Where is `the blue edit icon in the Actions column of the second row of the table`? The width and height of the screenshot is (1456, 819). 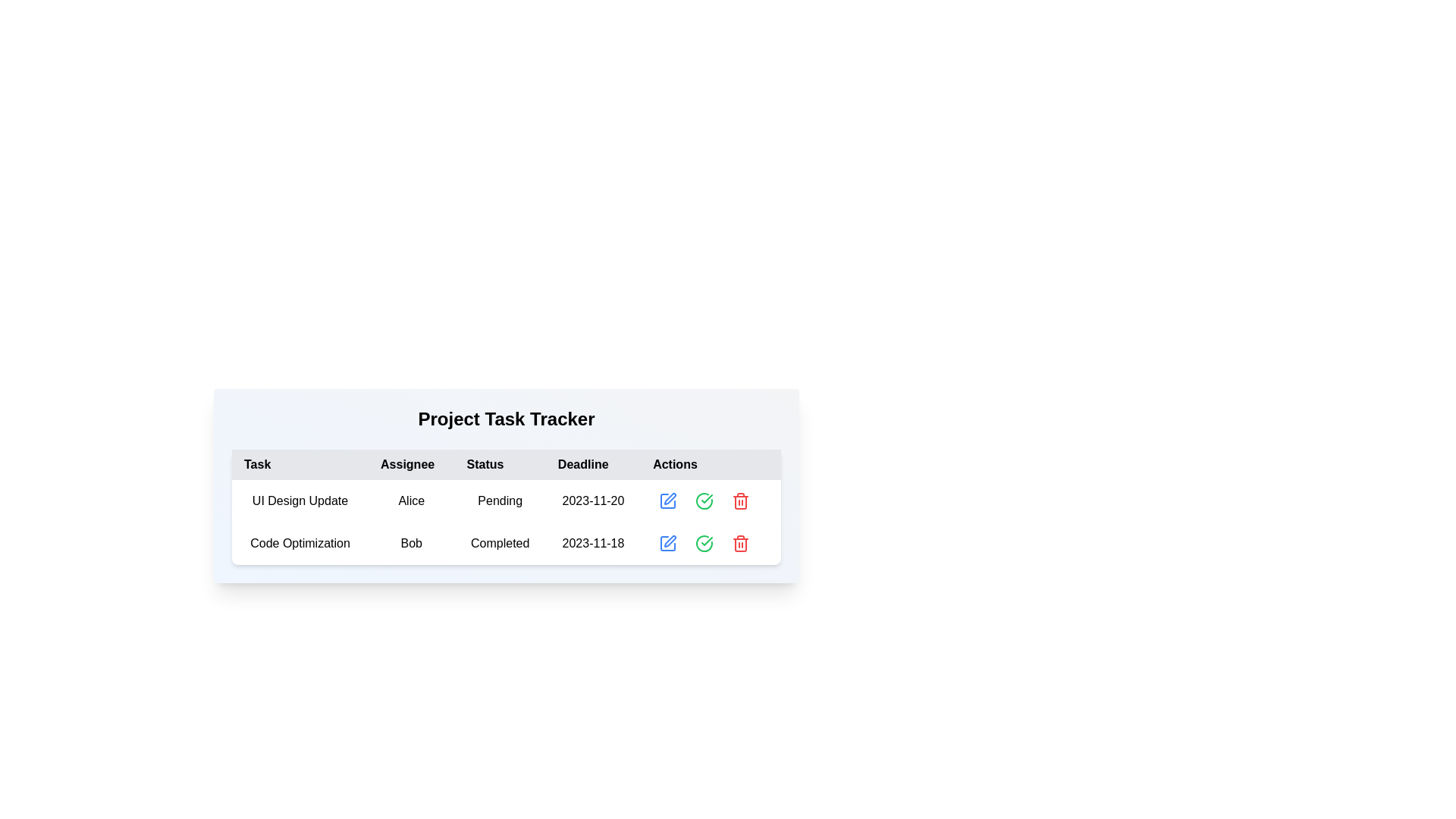
the blue edit icon in the Actions column of the second row of the table is located at coordinates (710, 543).